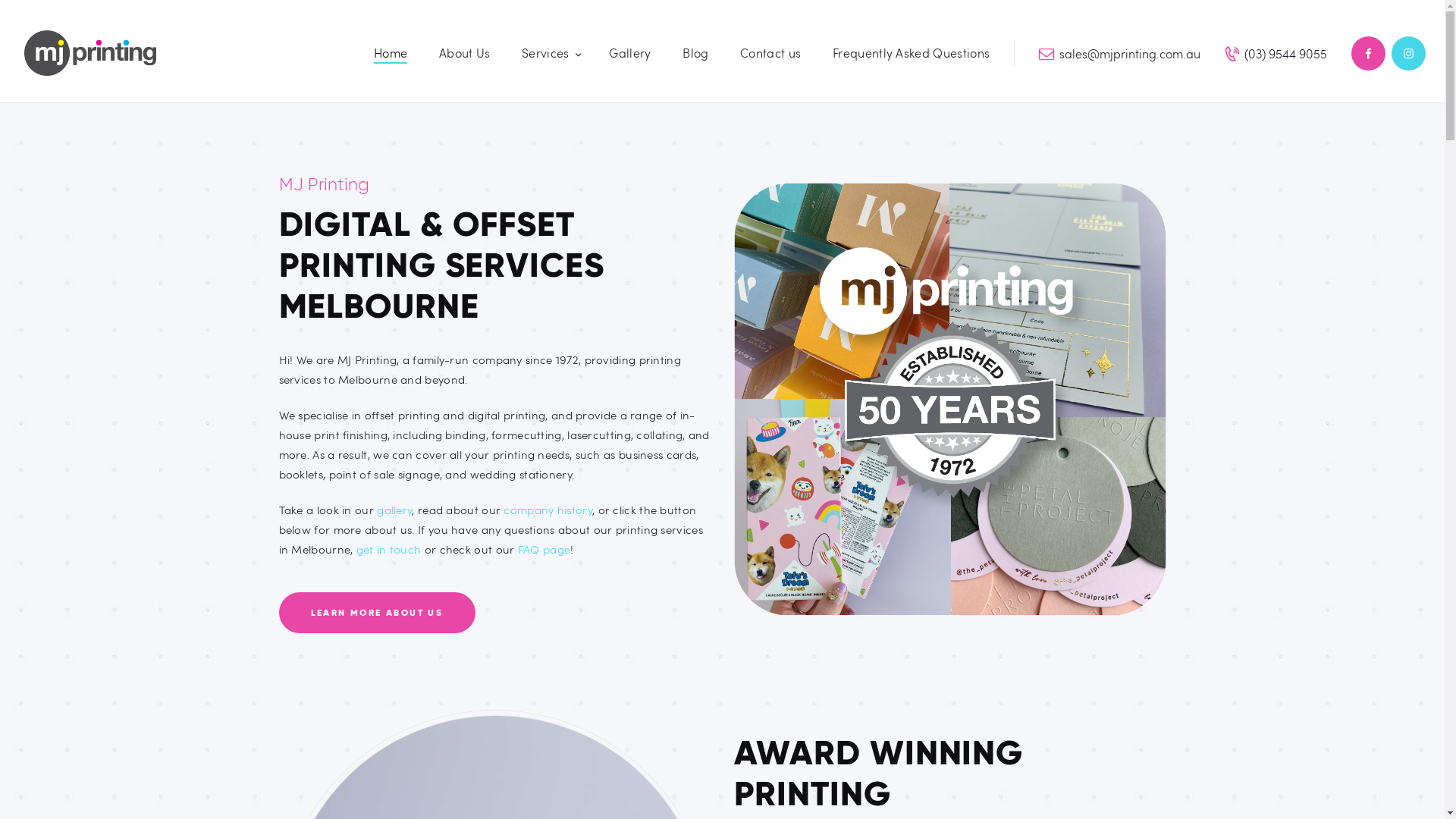 Image resolution: width=1456 pixels, height=819 pixels. Describe the element at coordinates (630, 52) in the screenshot. I see `'Gallery'` at that location.